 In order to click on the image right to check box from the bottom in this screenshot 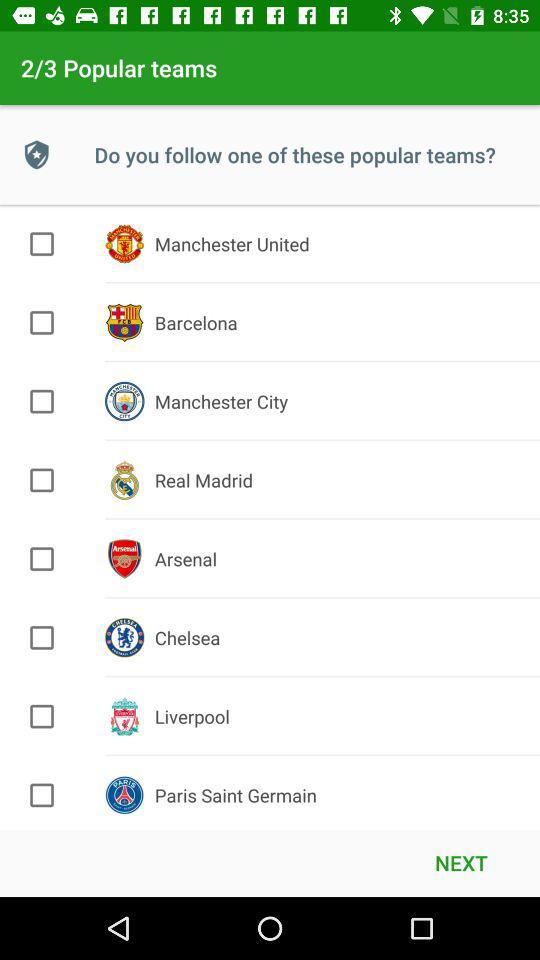, I will do `click(124, 795)`.